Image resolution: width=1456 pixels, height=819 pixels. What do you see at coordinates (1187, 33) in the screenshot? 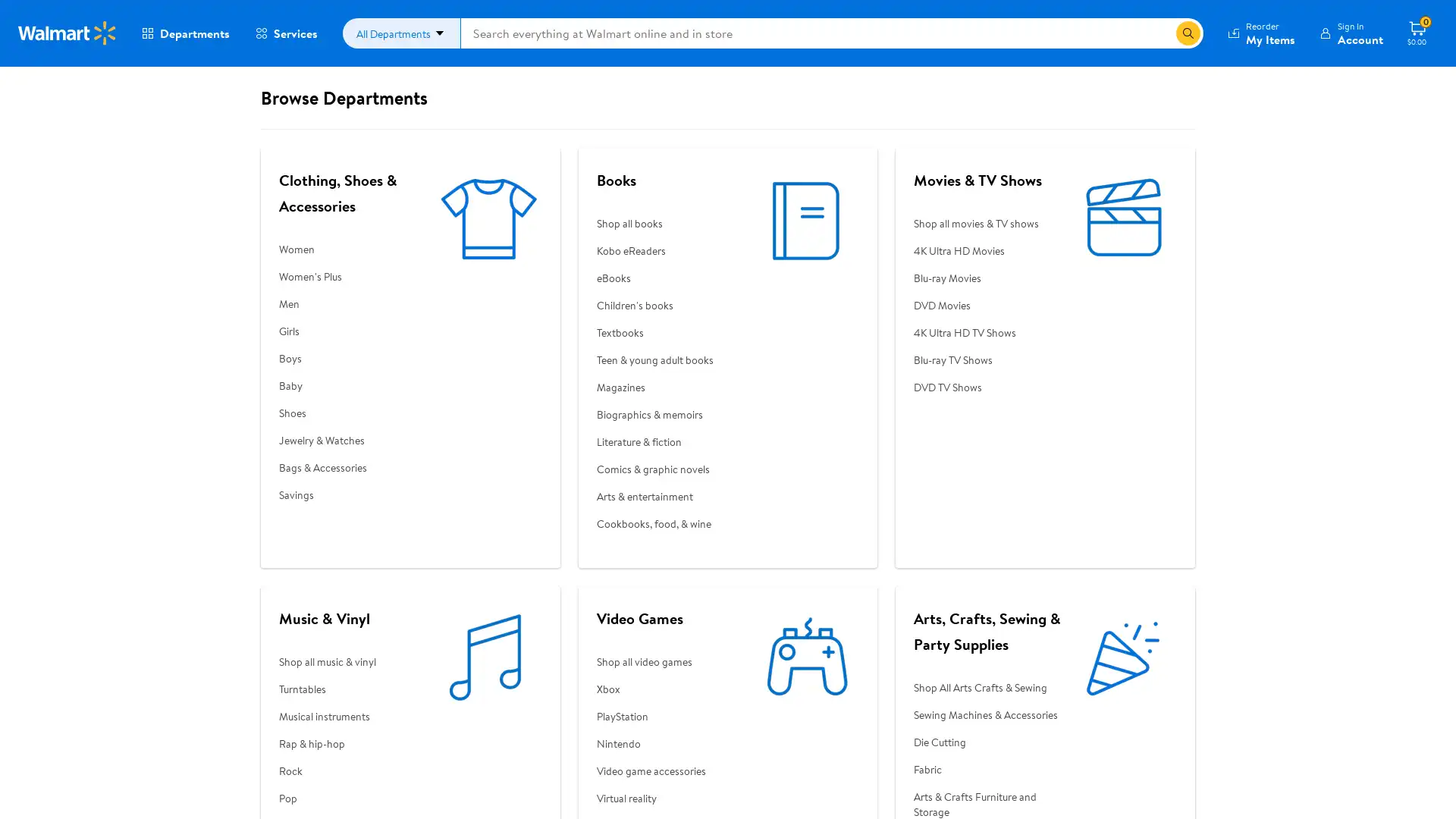
I see `Search icon` at bounding box center [1187, 33].